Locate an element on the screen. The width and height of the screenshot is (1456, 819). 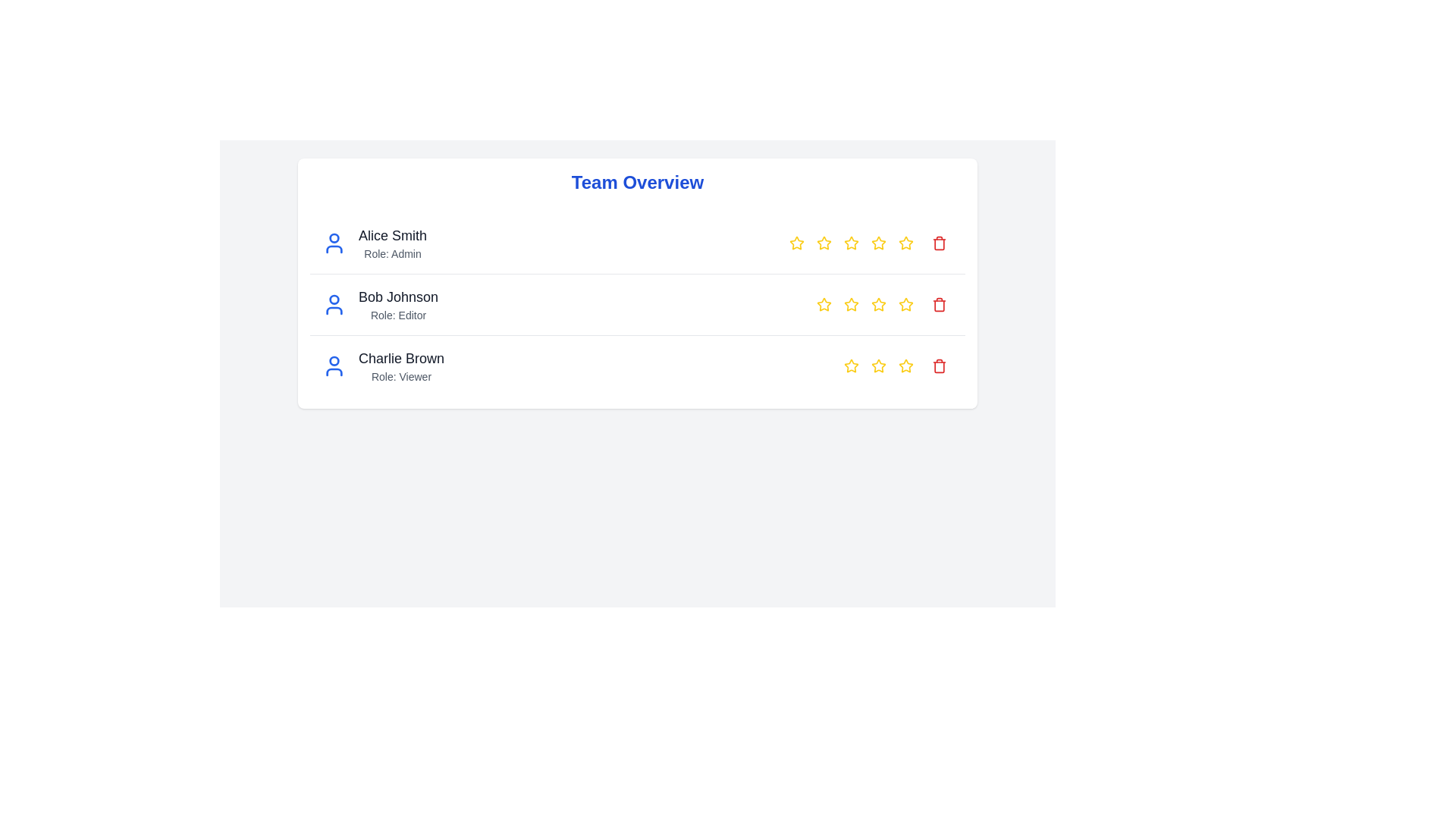
the first yellow star icon in the rating system is located at coordinates (796, 242).